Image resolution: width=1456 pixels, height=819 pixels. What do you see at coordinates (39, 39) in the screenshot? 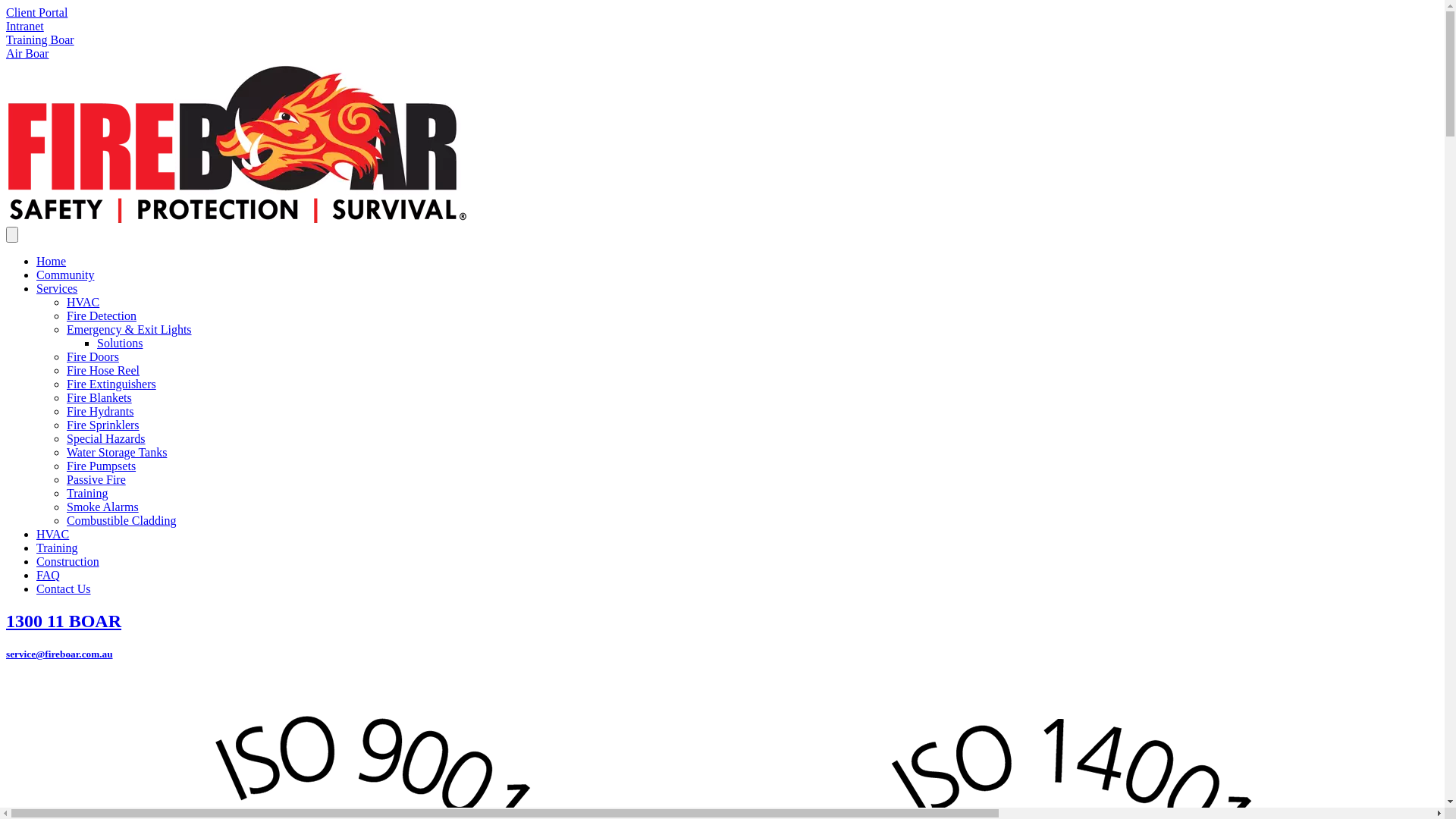
I see `'Training Boar'` at bounding box center [39, 39].